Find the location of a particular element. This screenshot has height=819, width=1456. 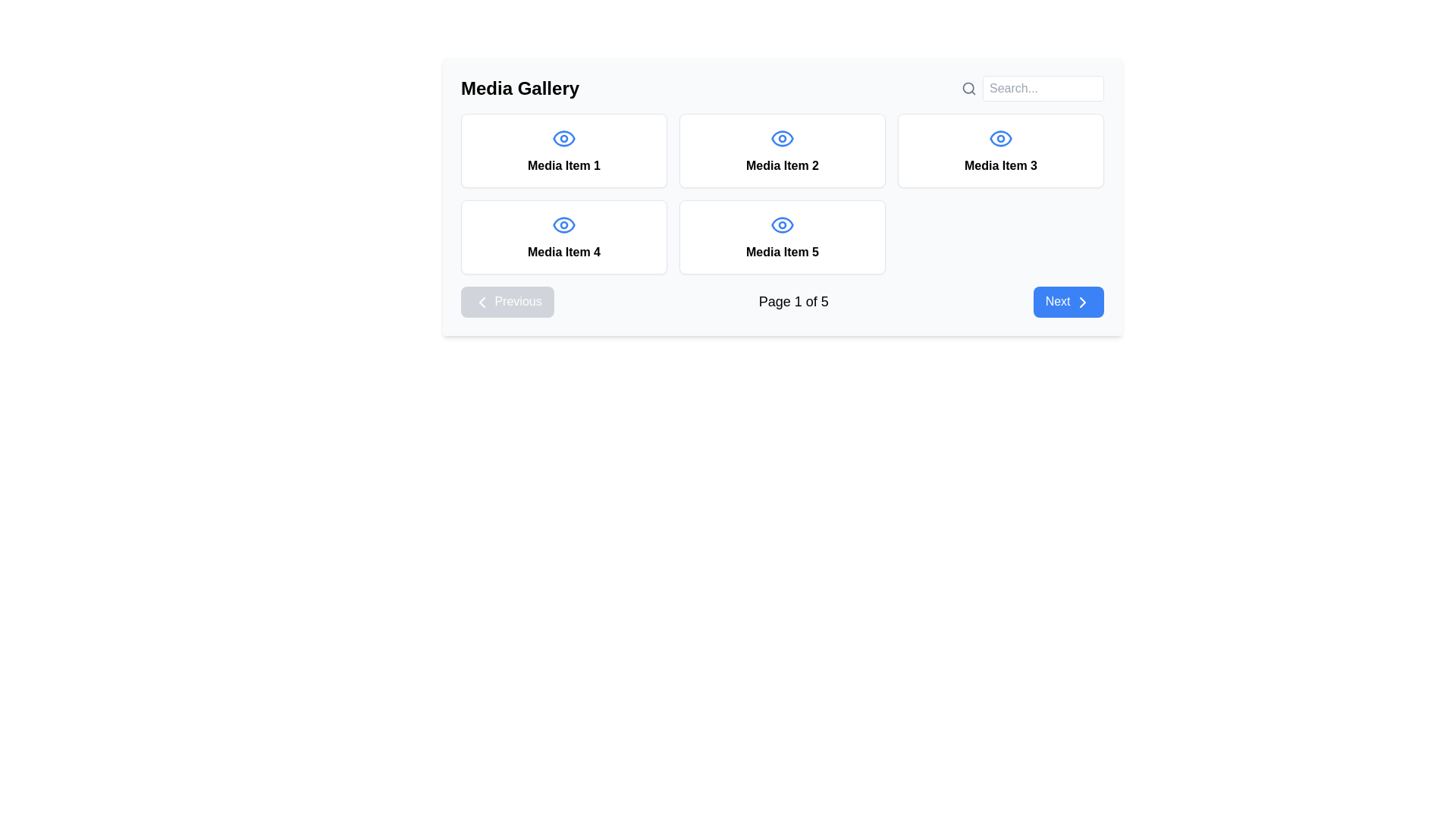

a media item in the 'Media Gallery' section is located at coordinates (783, 195).